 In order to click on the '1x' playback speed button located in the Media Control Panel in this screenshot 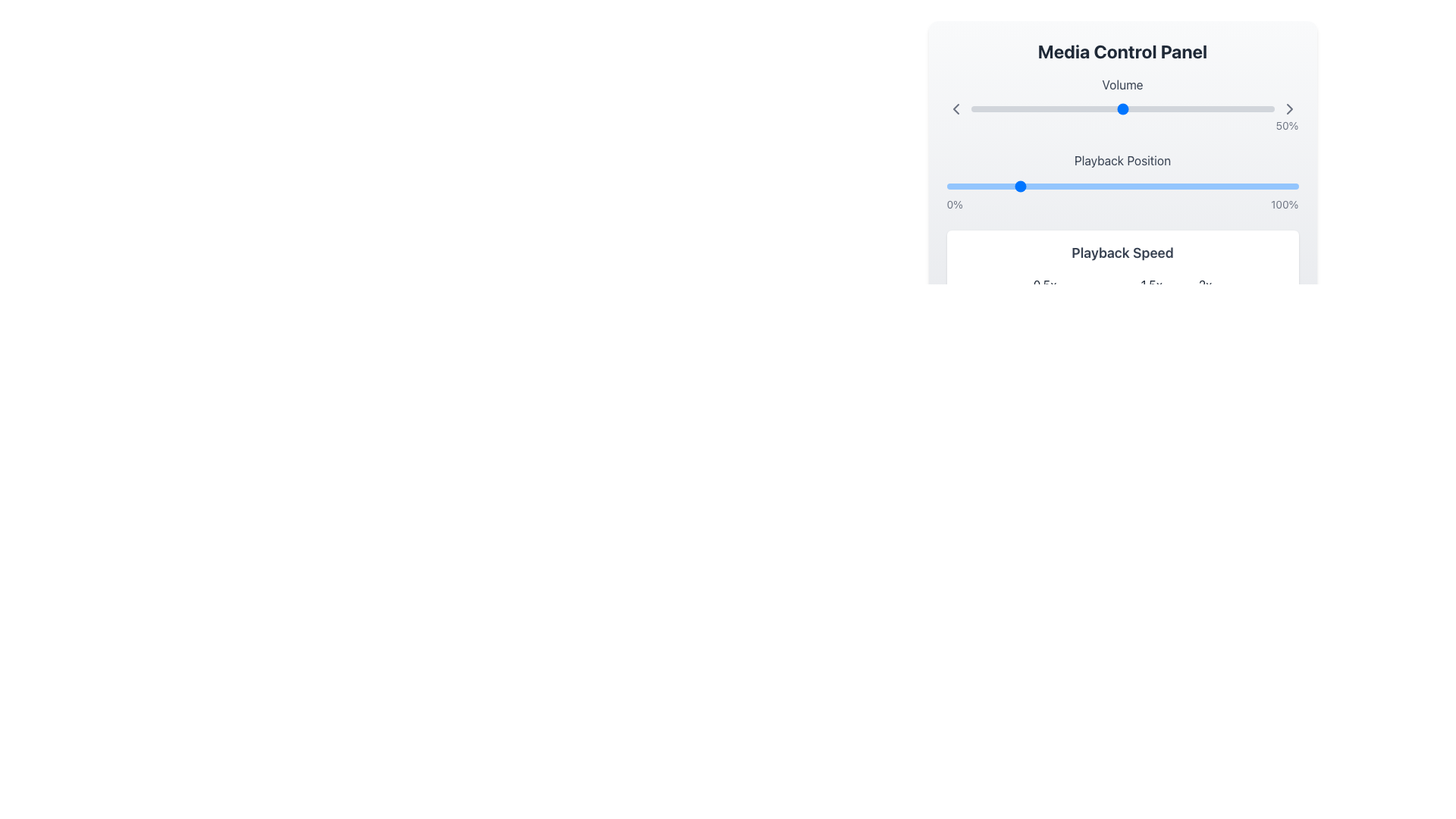, I will do `click(1099, 284)`.